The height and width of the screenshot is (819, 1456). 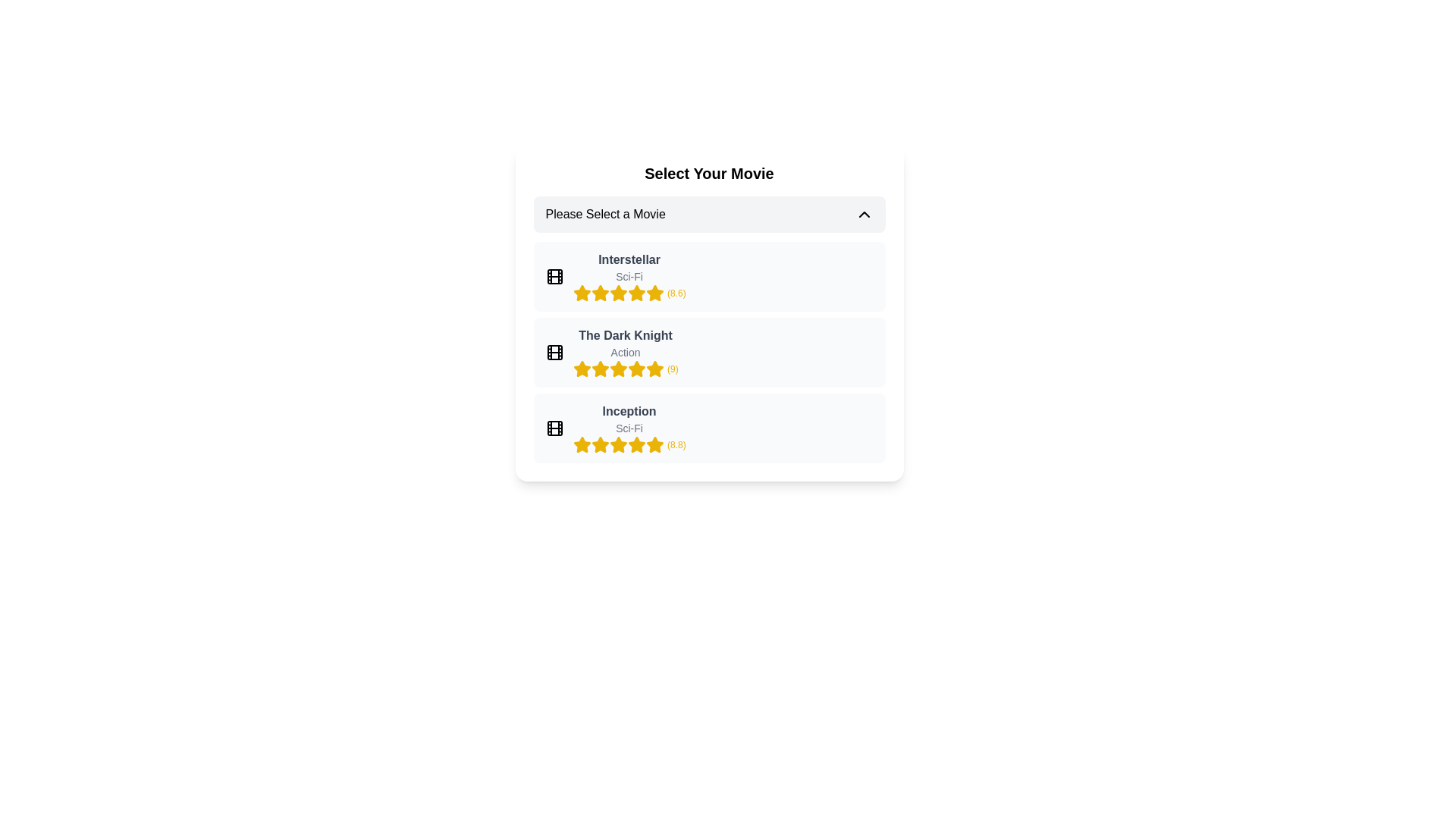 What do you see at coordinates (599, 293) in the screenshot?
I see `the fourth star icon` at bounding box center [599, 293].